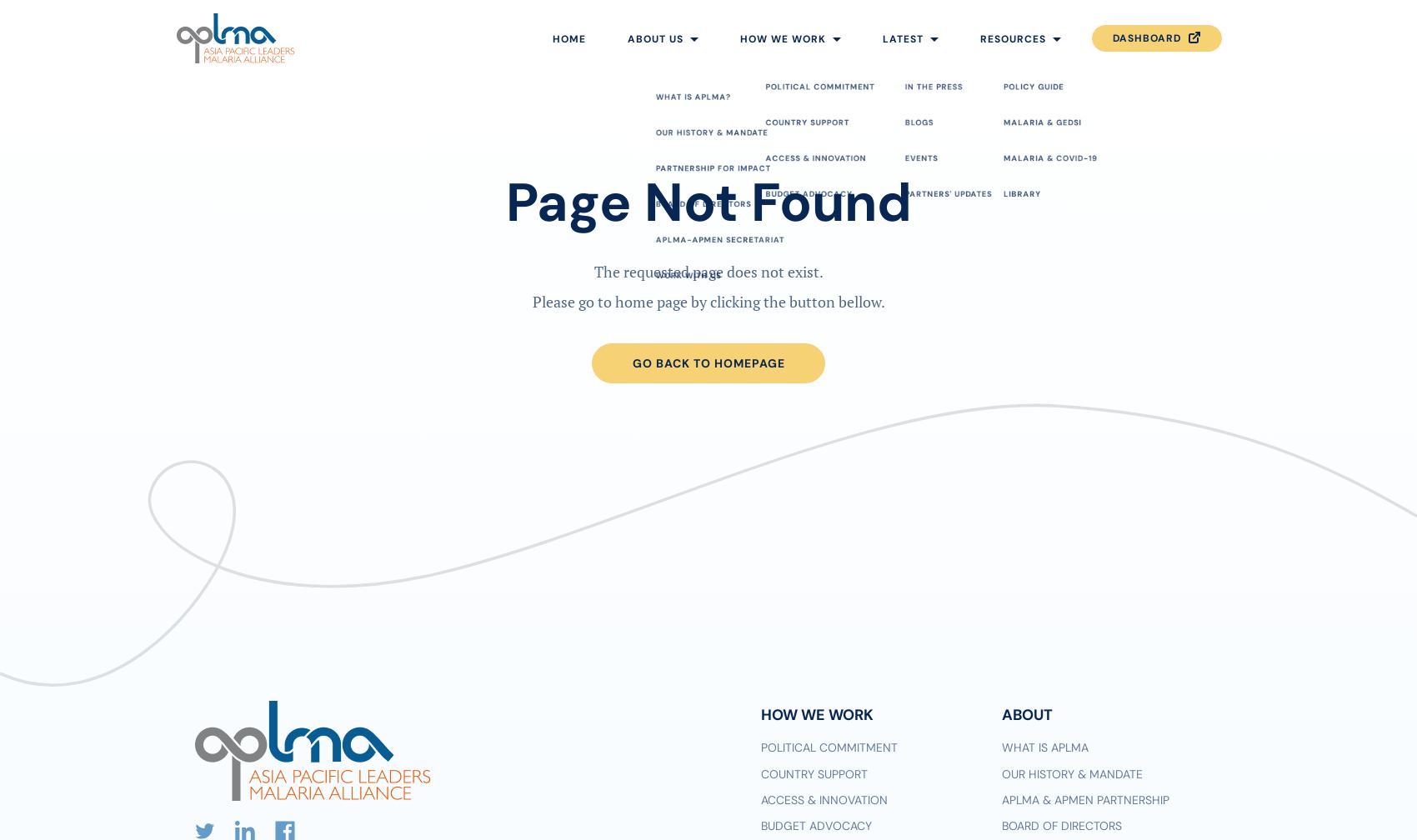  Describe the element at coordinates (1085, 799) in the screenshot. I see `'APLMA & APMEN Partnership'` at that location.